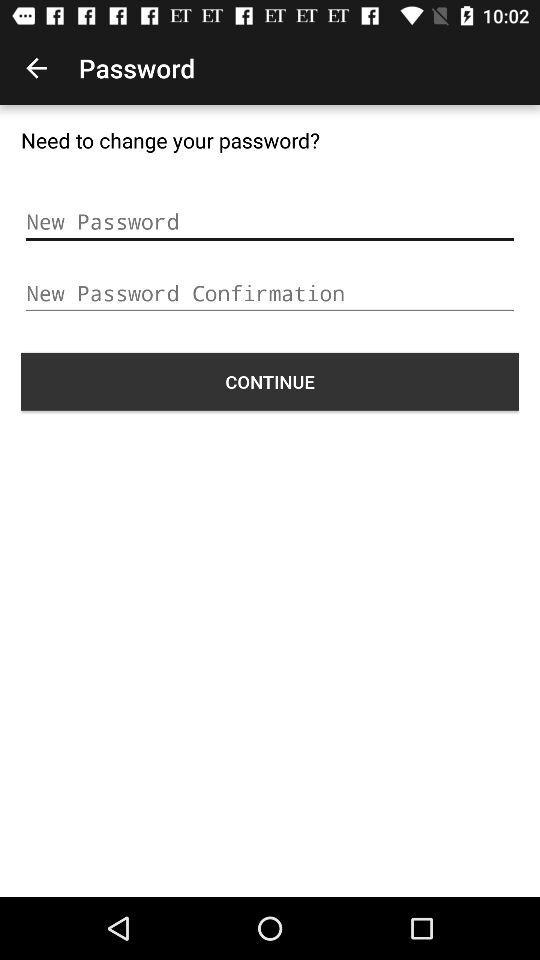  What do you see at coordinates (36, 68) in the screenshot?
I see `item above the need to change` at bounding box center [36, 68].